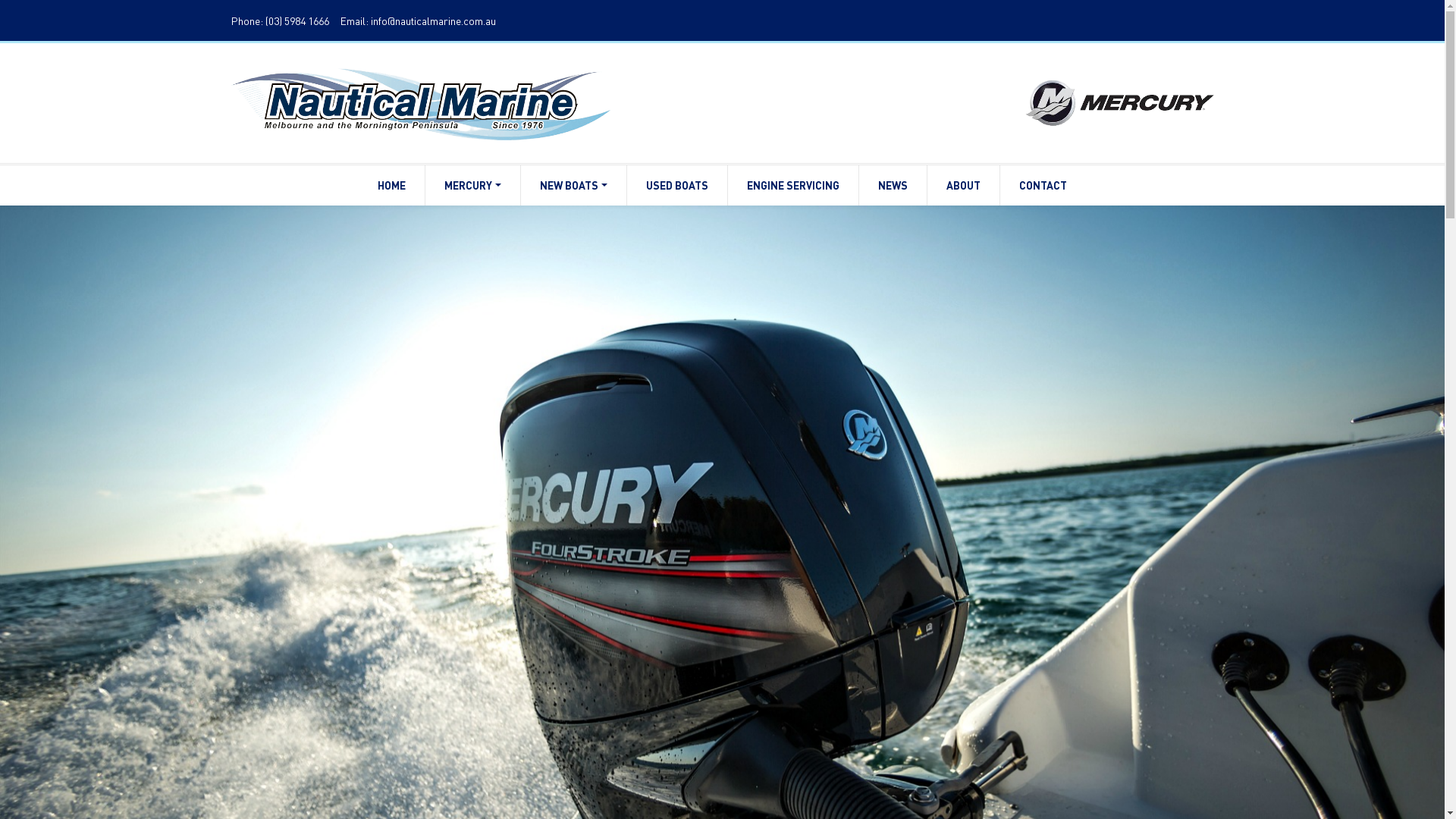 The image size is (1456, 819). Describe the element at coordinates (962, 184) in the screenshot. I see `'ABOUT'` at that location.